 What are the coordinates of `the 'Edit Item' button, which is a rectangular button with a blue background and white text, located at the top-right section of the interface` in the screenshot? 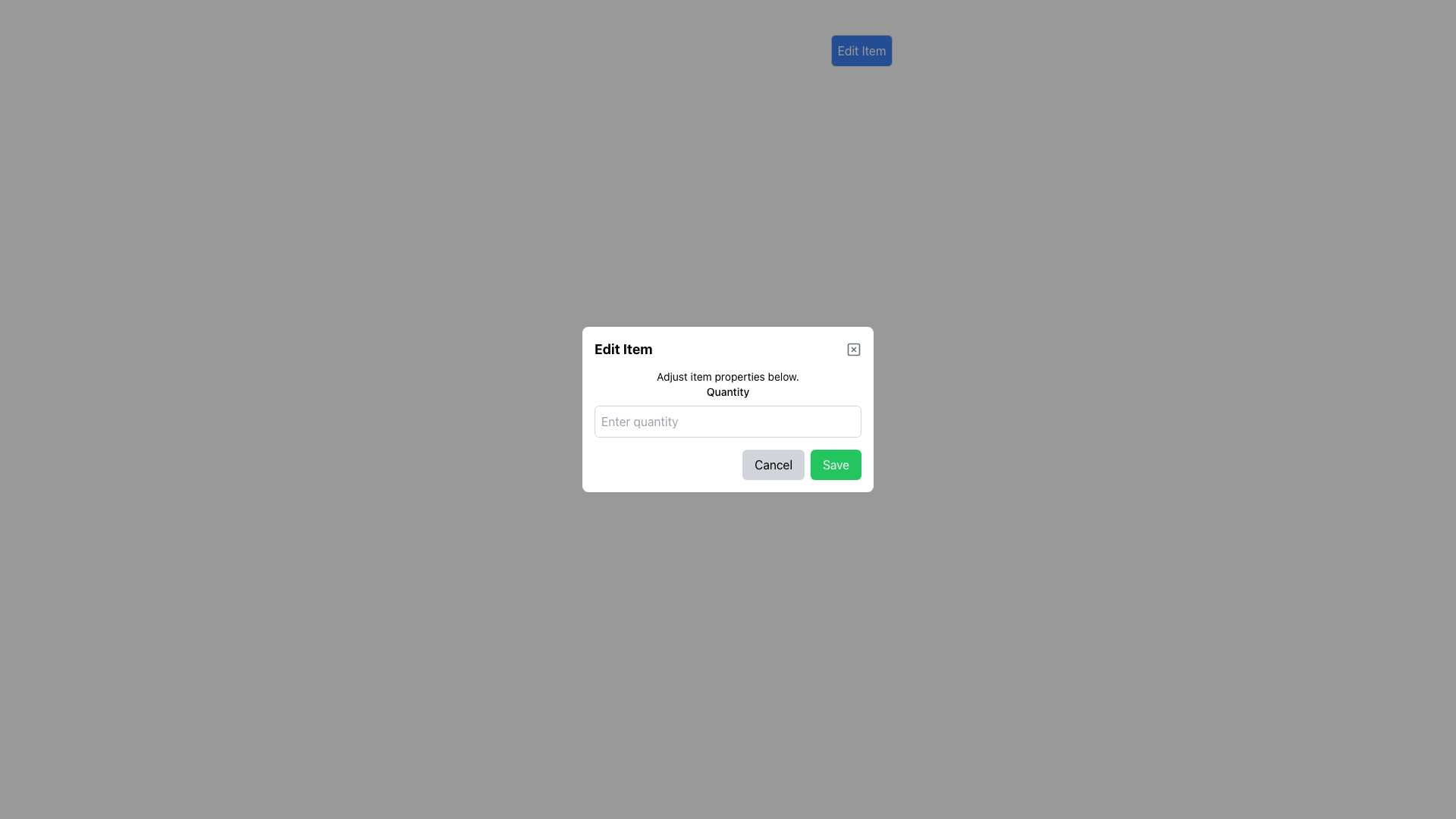 It's located at (861, 49).